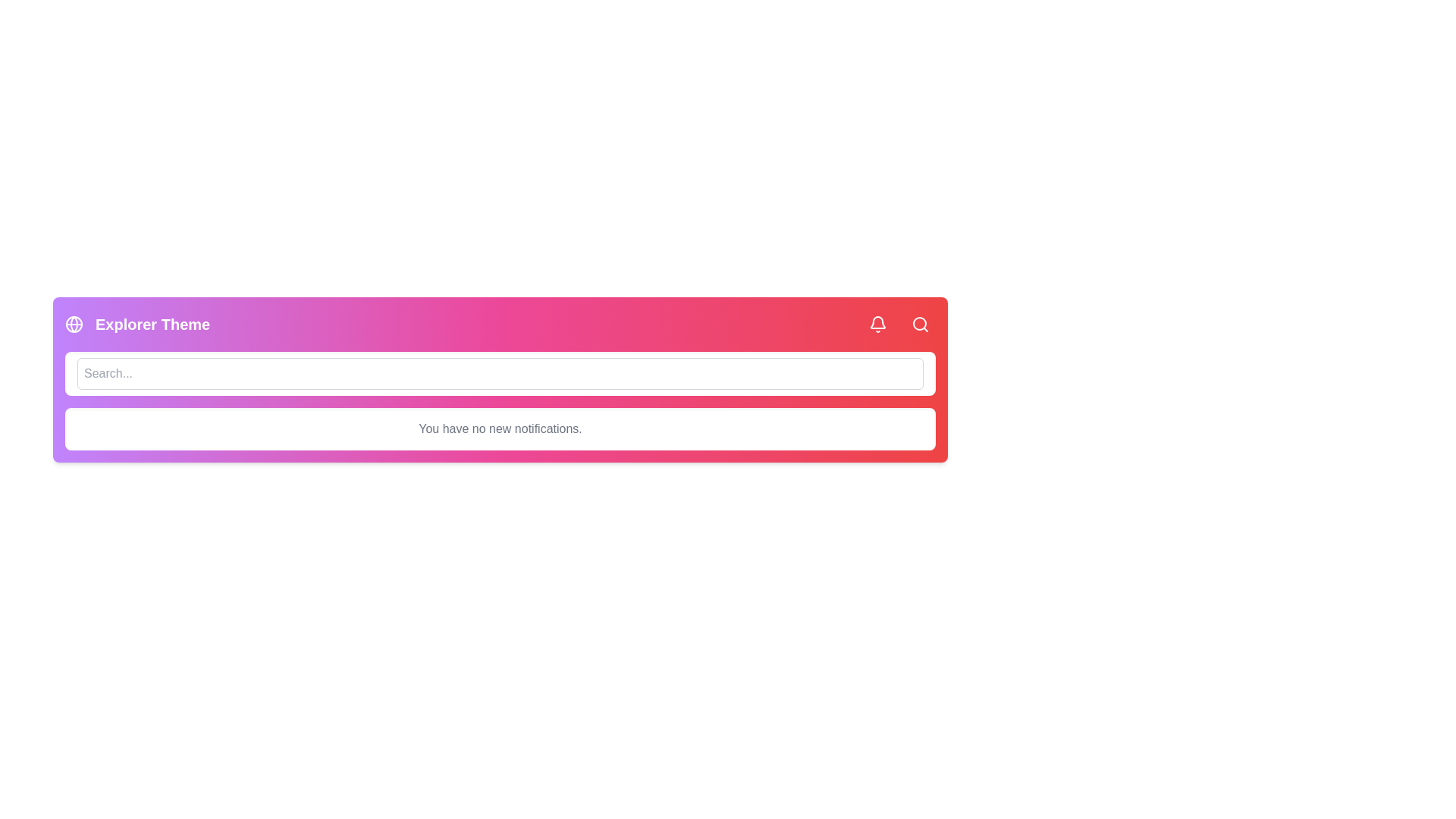  What do you see at coordinates (73, 324) in the screenshot?
I see `the circular component that forms part of the globe icon located in the top-left corner of the header bar` at bounding box center [73, 324].